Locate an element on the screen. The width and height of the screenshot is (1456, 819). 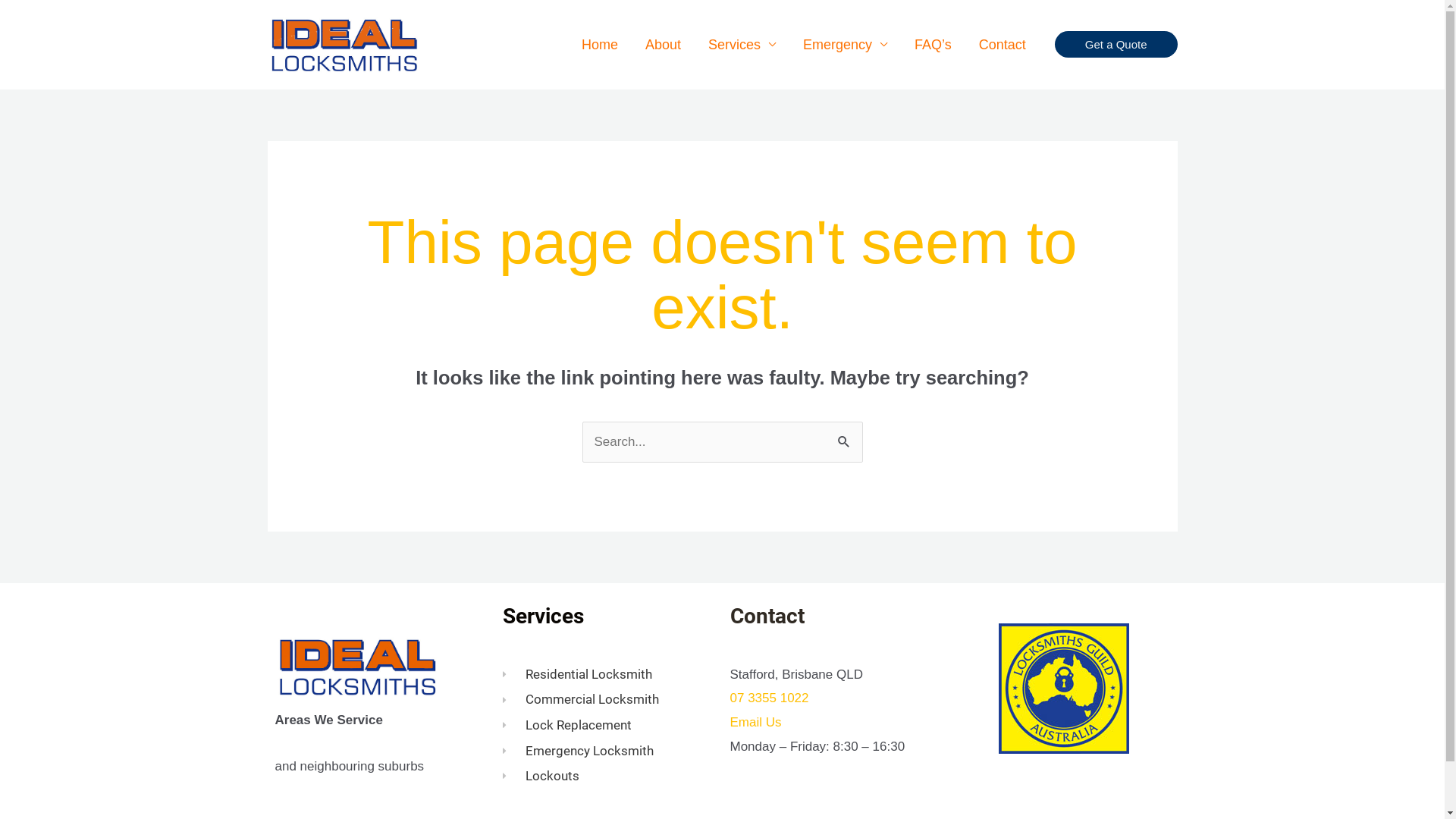
'Email Us' is located at coordinates (755, 721).